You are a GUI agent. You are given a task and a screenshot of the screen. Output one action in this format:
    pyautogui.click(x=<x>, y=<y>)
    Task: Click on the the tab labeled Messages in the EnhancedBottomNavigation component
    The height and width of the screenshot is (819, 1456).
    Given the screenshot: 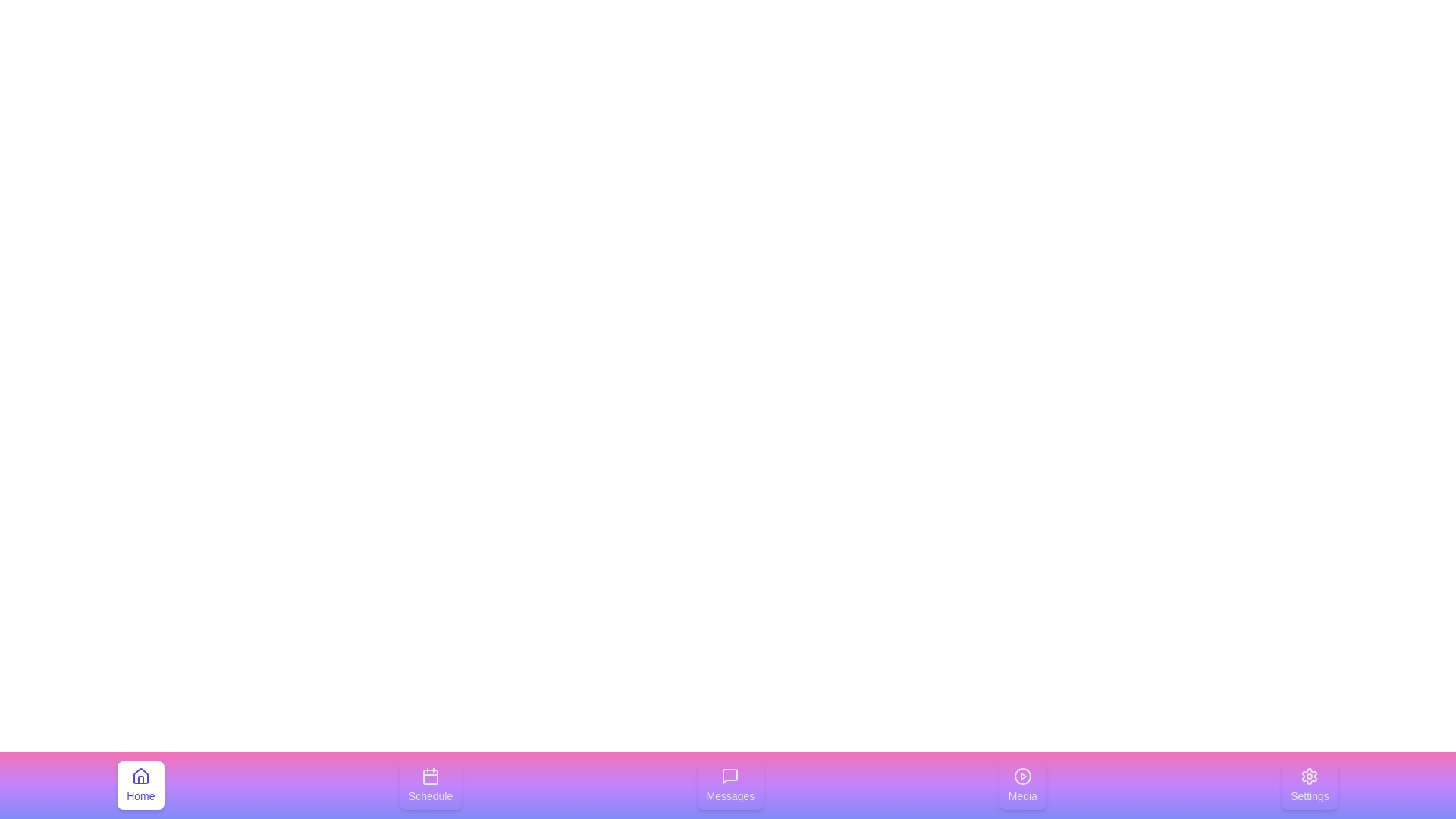 What is the action you would take?
    pyautogui.click(x=730, y=785)
    